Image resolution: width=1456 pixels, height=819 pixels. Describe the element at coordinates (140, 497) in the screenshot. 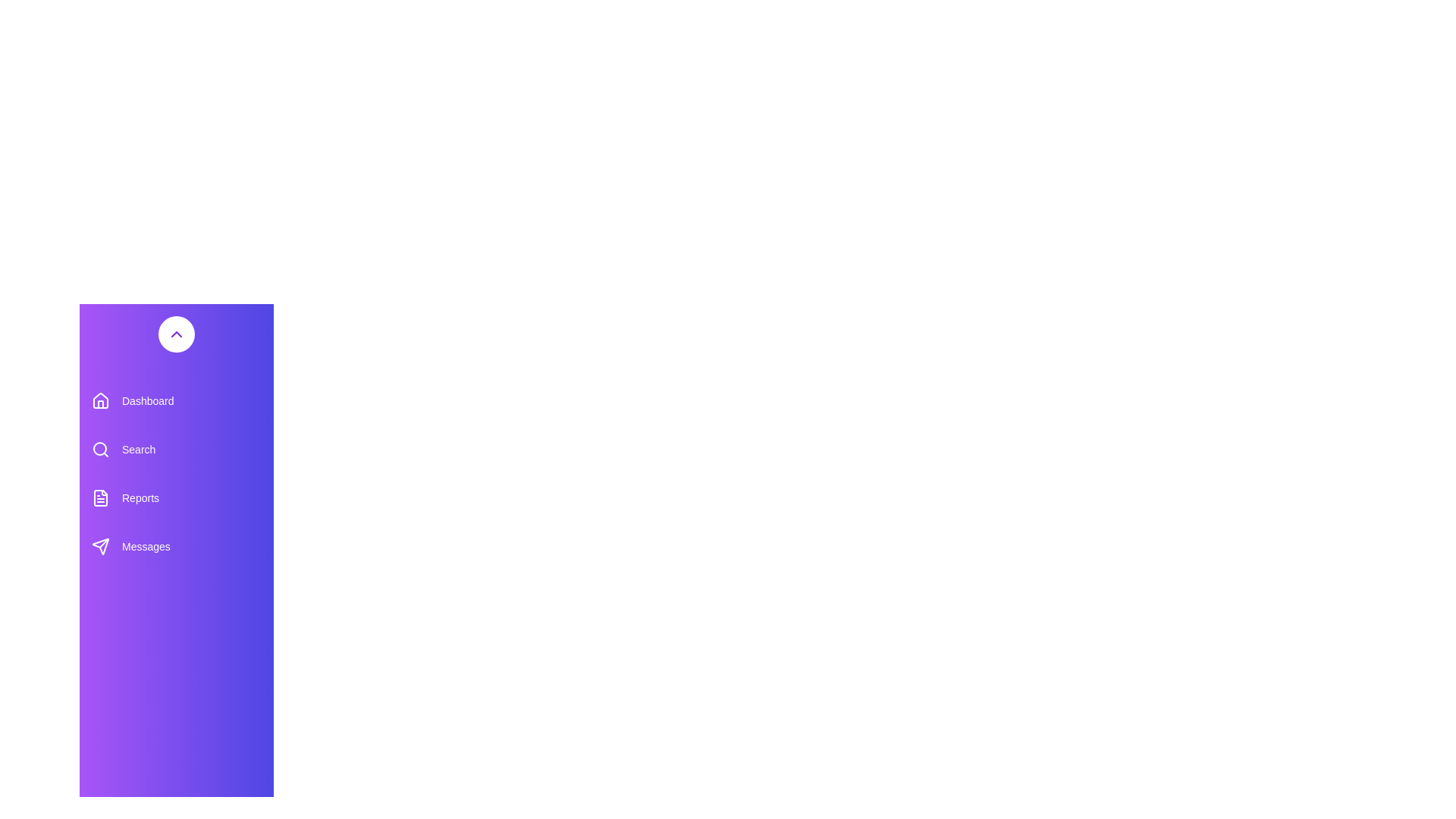

I see `the text label displaying 'Reports' in the left sidebar navigation menu, which is styled in white on a purple background` at that location.